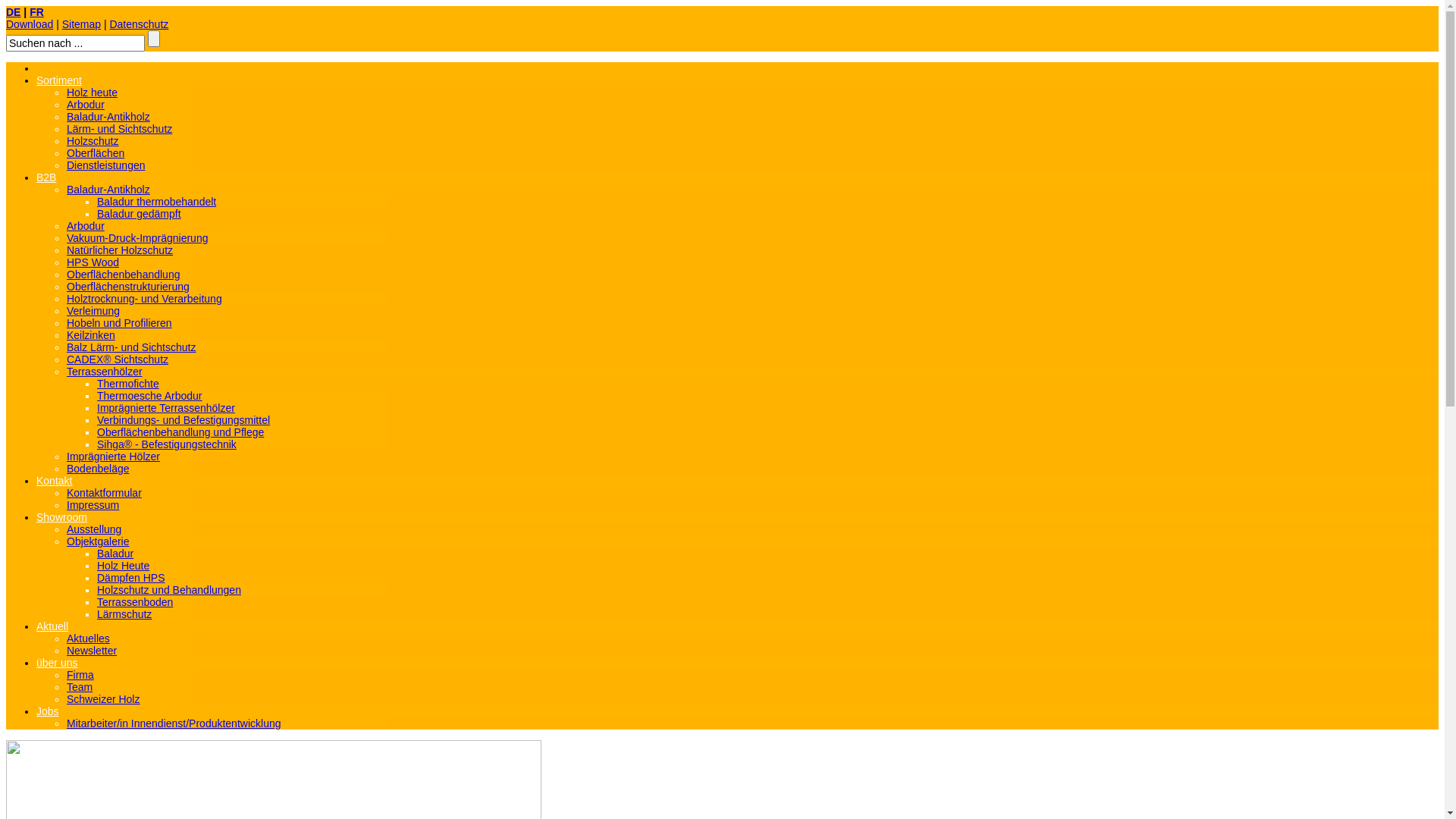 This screenshot has height=819, width=1456. Describe the element at coordinates (36, 177) in the screenshot. I see `'B2B'` at that location.